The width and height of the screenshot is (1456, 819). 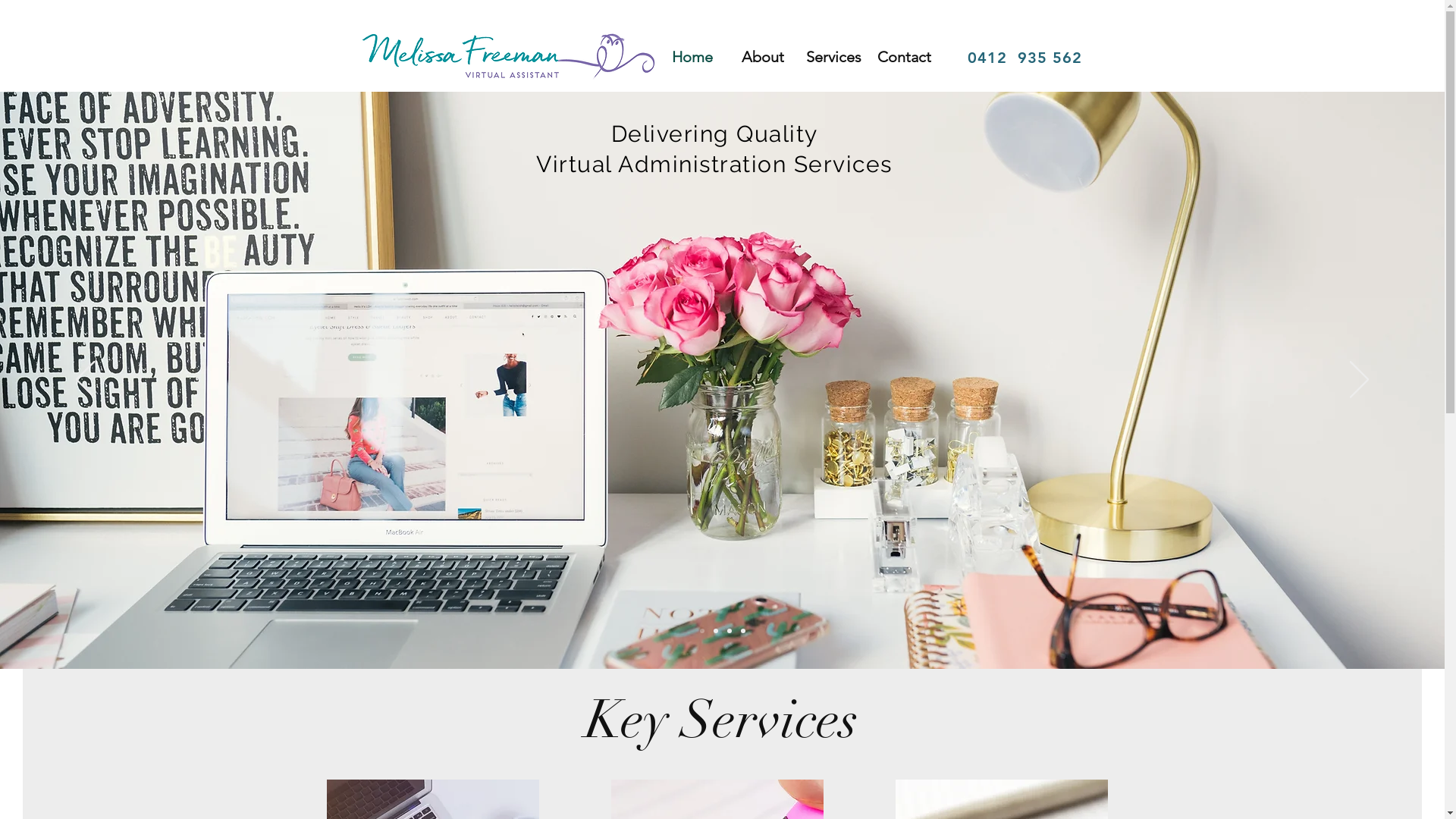 What do you see at coordinates (691, 56) in the screenshot?
I see `'Home'` at bounding box center [691, 56].